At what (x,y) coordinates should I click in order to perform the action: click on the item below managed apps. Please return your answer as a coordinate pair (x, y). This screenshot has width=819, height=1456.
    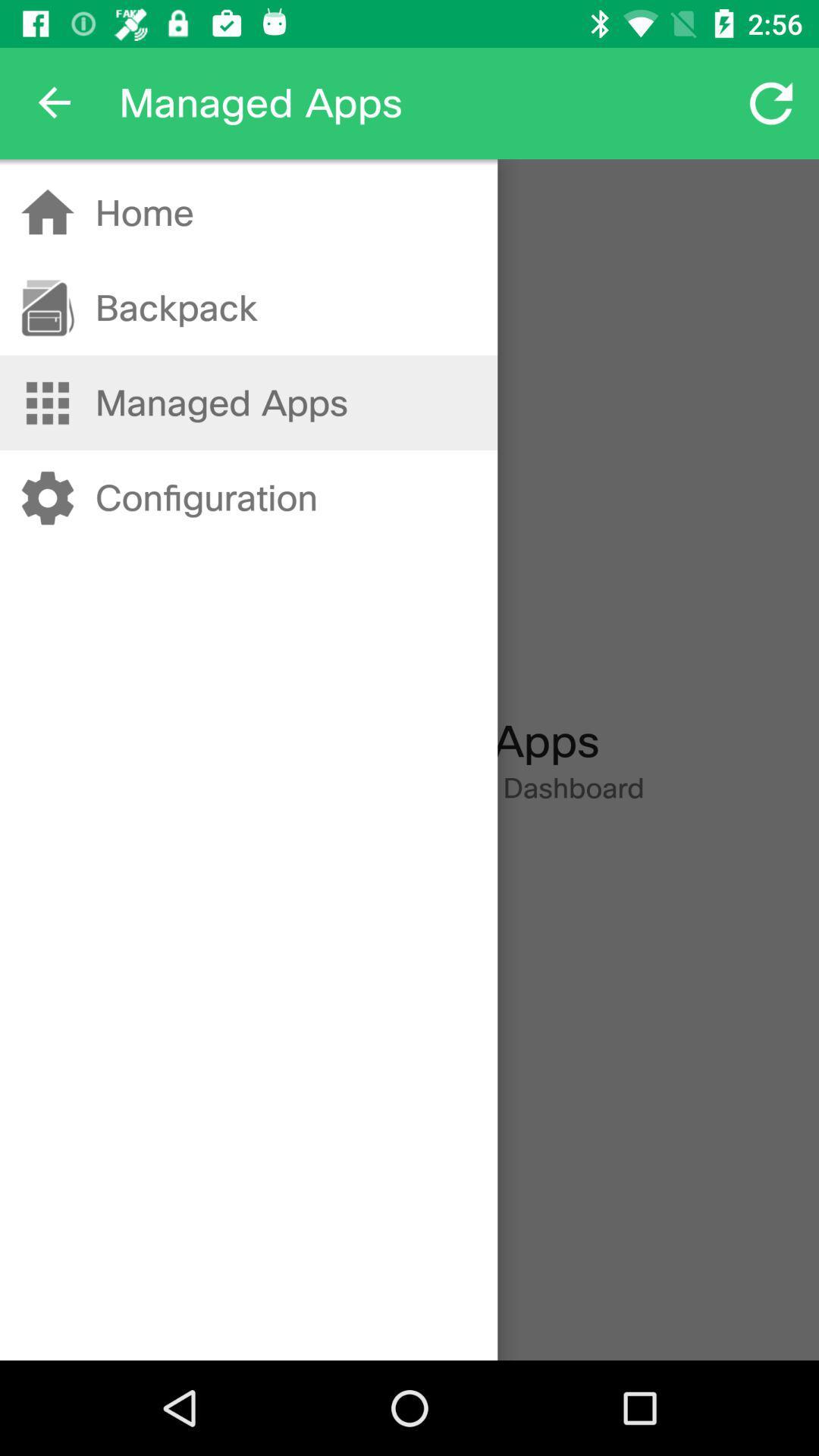
    Looking at the image, I should click on (206, 498).